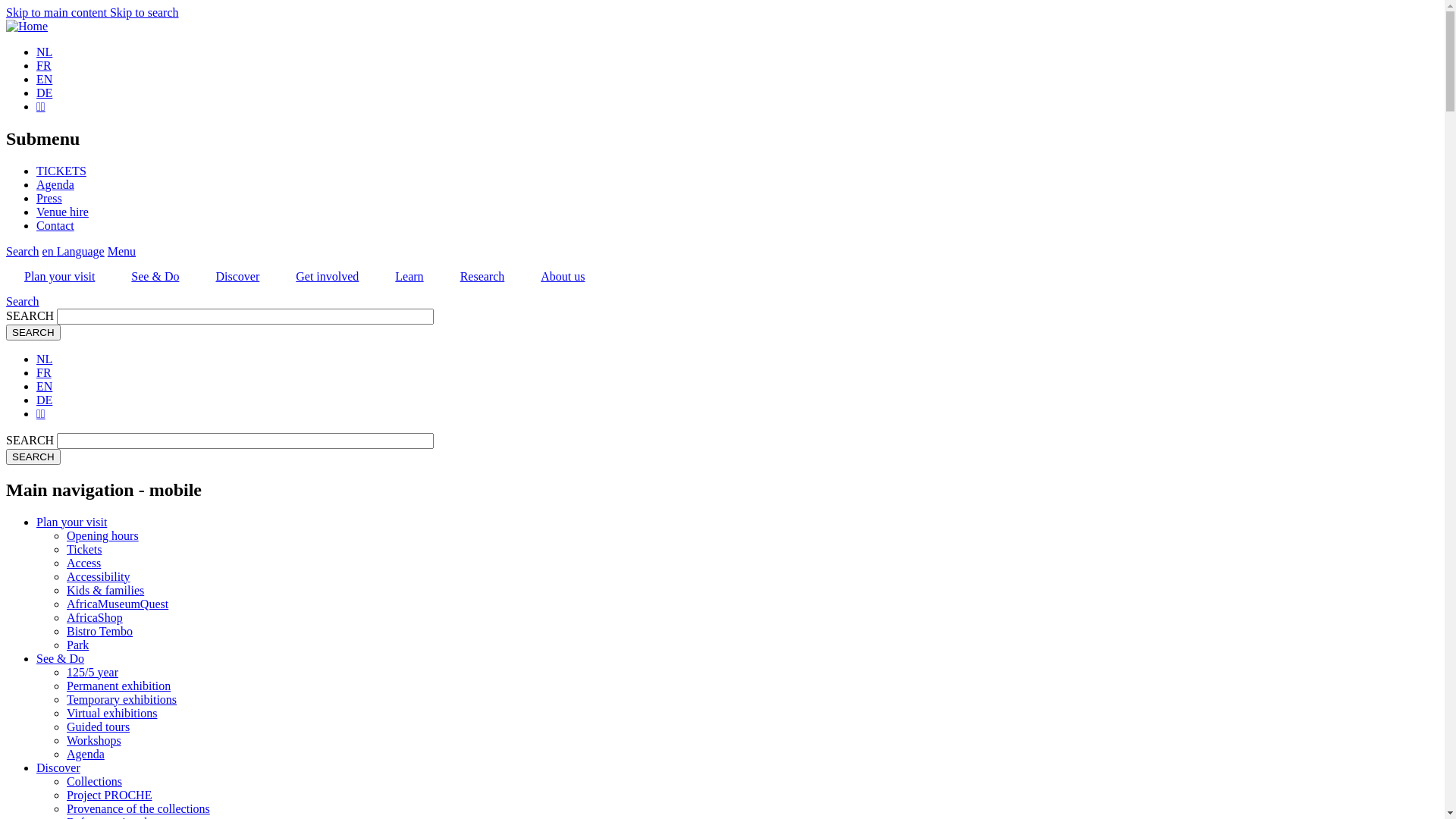 The image size is (1456, 819). What do you see at coordinates (111, 713) in the screenshot?
I see `'Virtual exhibitions'` at bounding box center [111, 713].